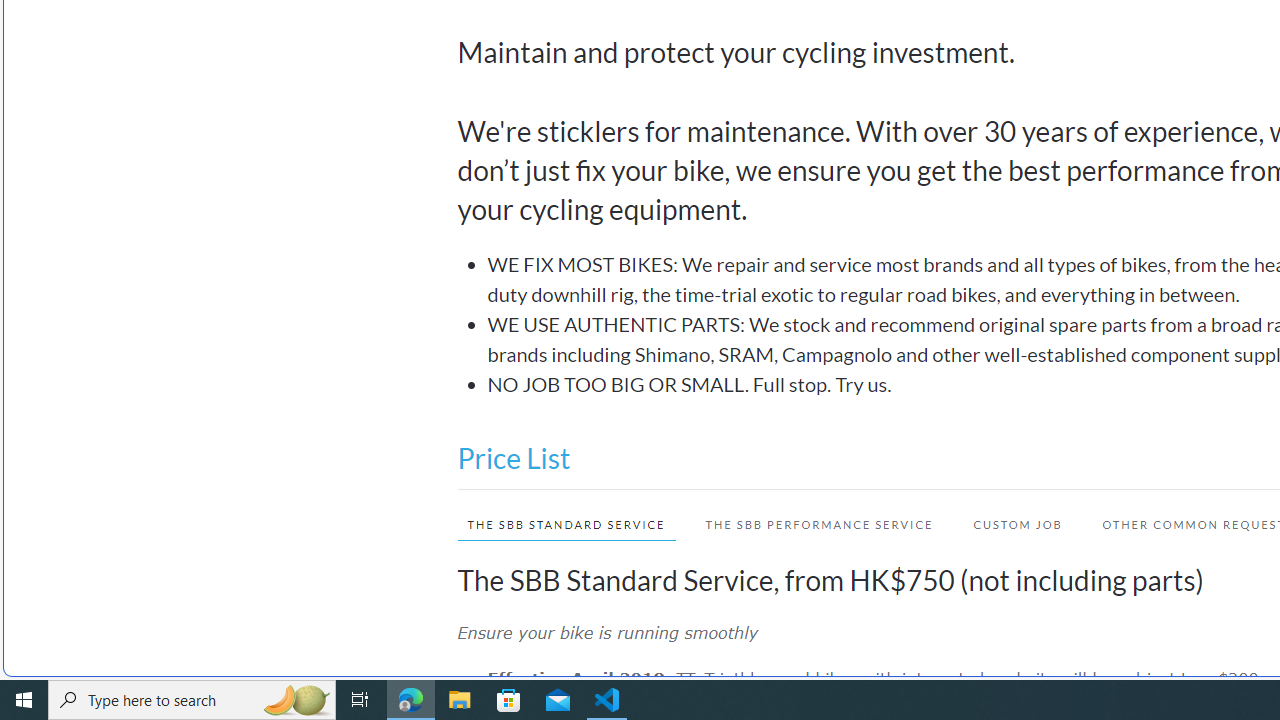  I want to click on 'THE SBB STANDARD SERVICE', so click(556, 523).